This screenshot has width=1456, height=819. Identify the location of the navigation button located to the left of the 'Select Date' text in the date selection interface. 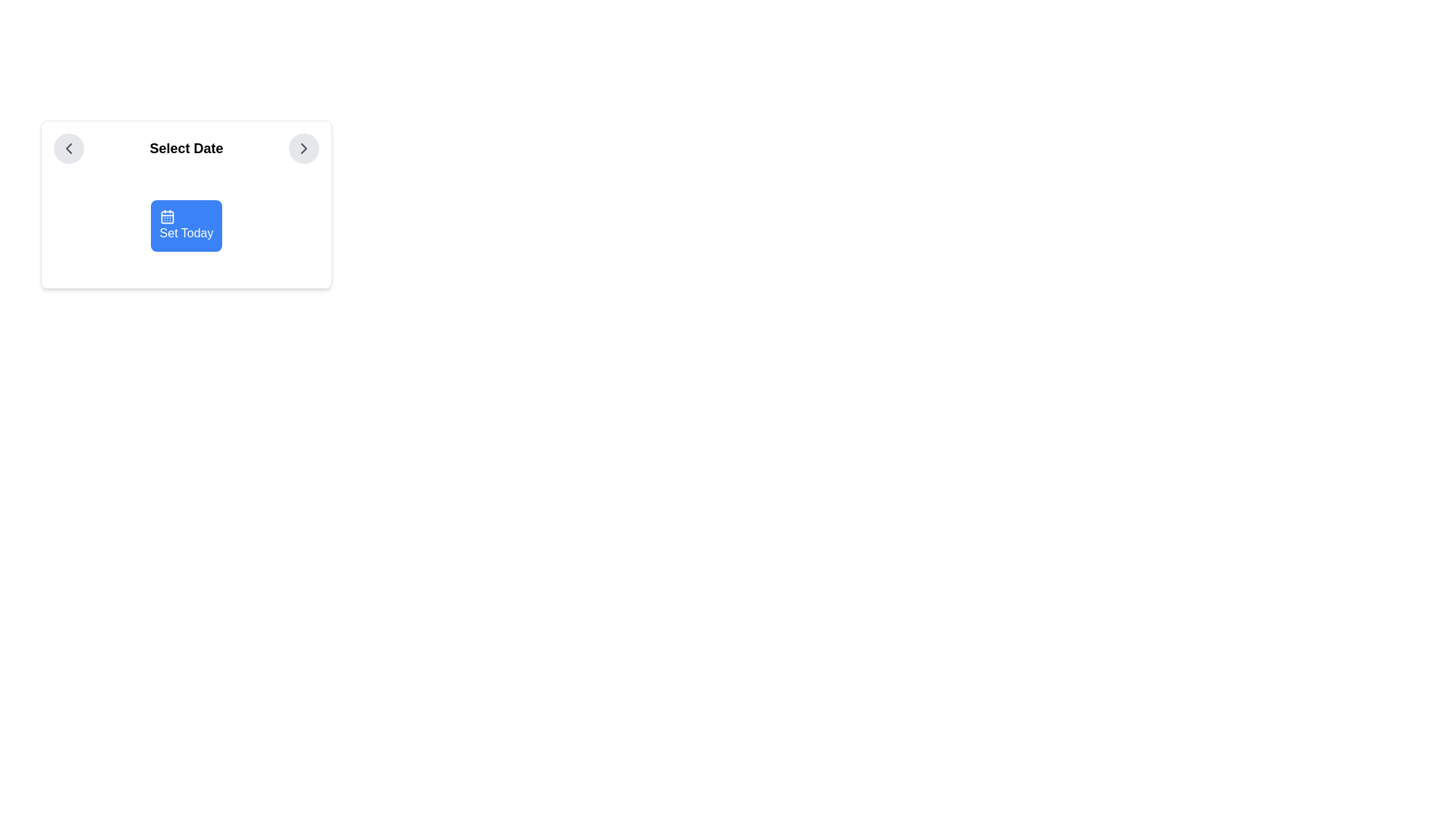
(68, 149).